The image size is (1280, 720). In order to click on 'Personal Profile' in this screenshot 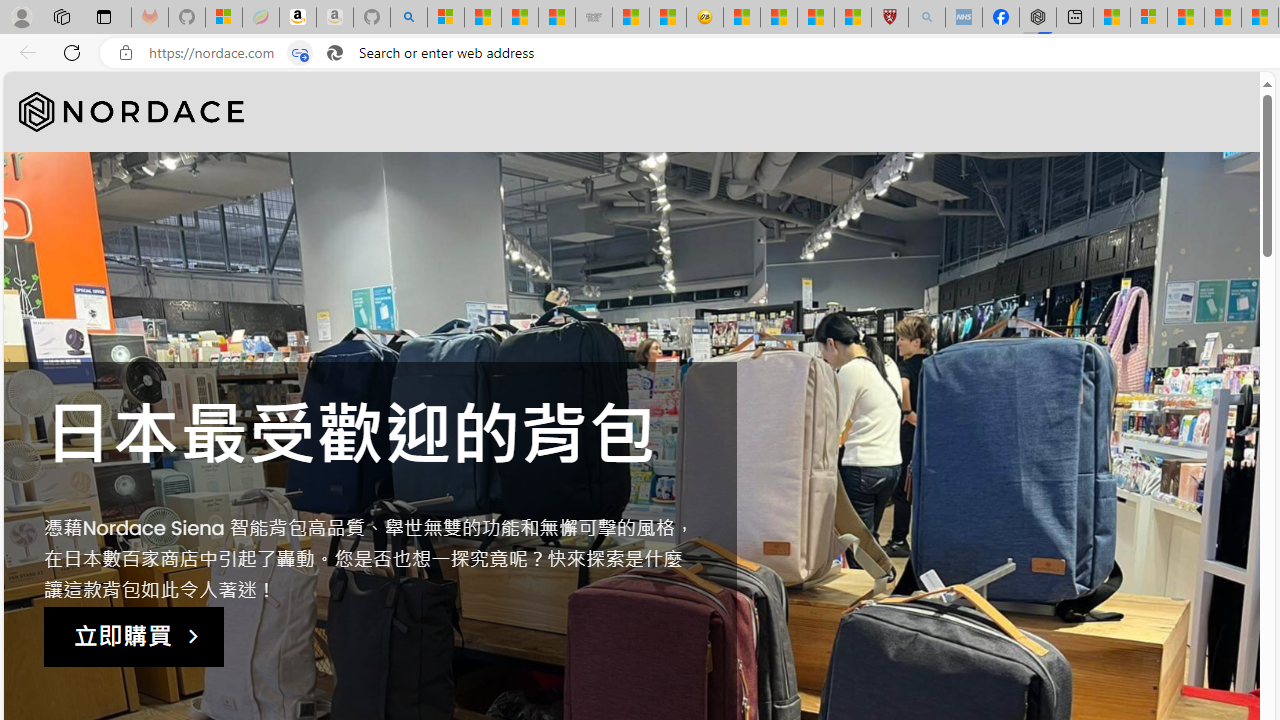, I will do `click(21, 16)`.